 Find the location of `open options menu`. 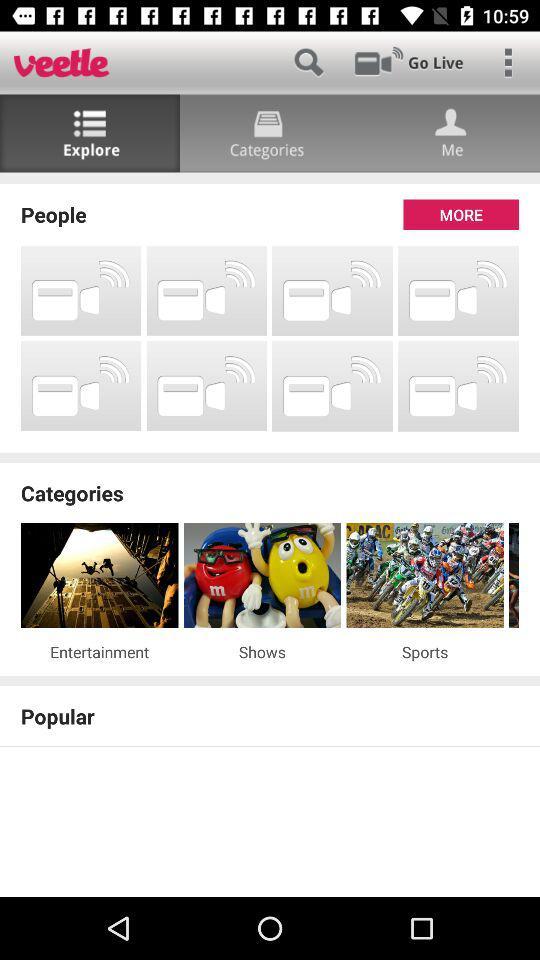

open options menu is located at coordinates (508, 62).